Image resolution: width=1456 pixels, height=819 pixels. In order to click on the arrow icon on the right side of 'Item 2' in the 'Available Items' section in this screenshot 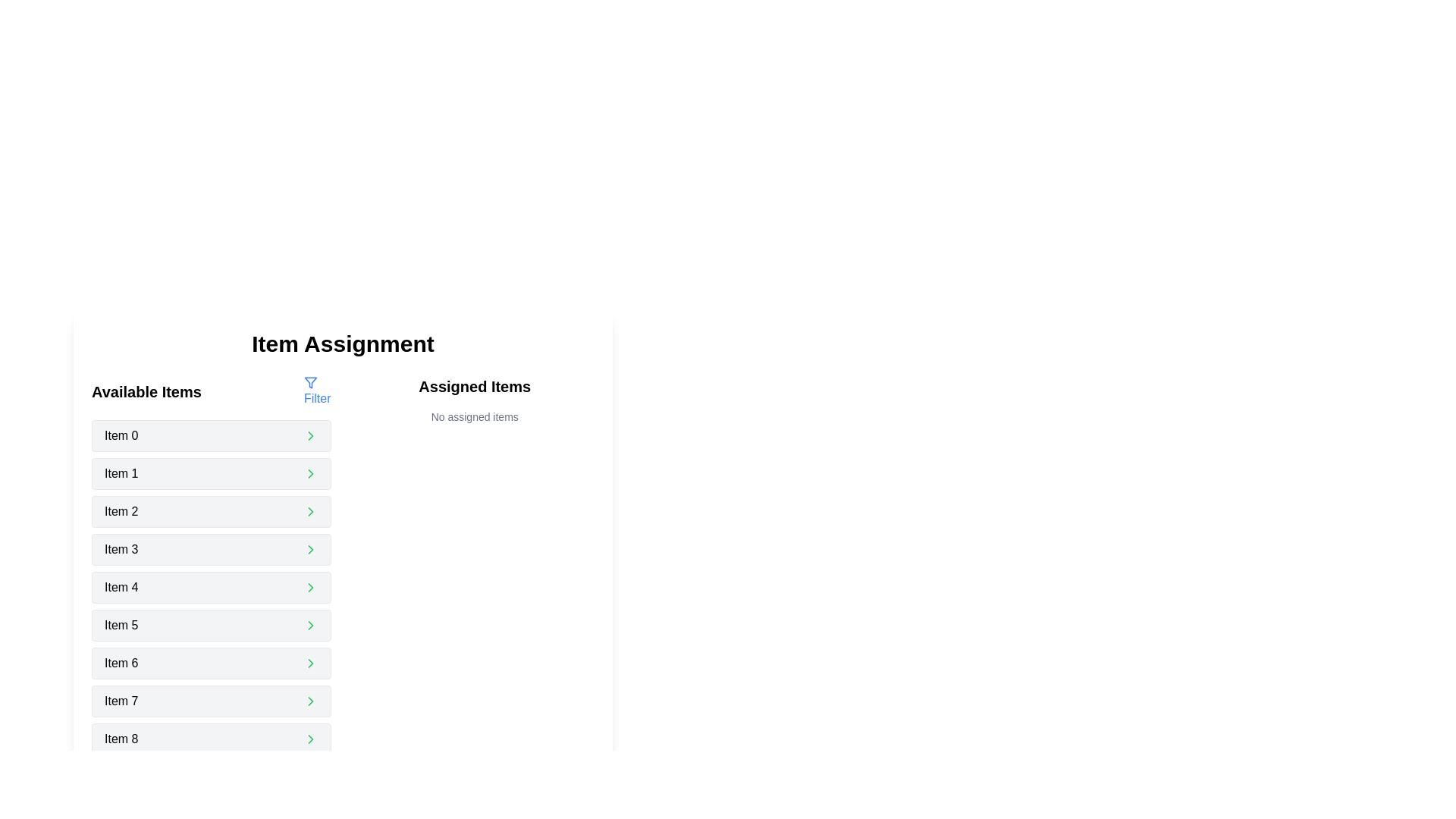, I will do `click(309, 512)`.